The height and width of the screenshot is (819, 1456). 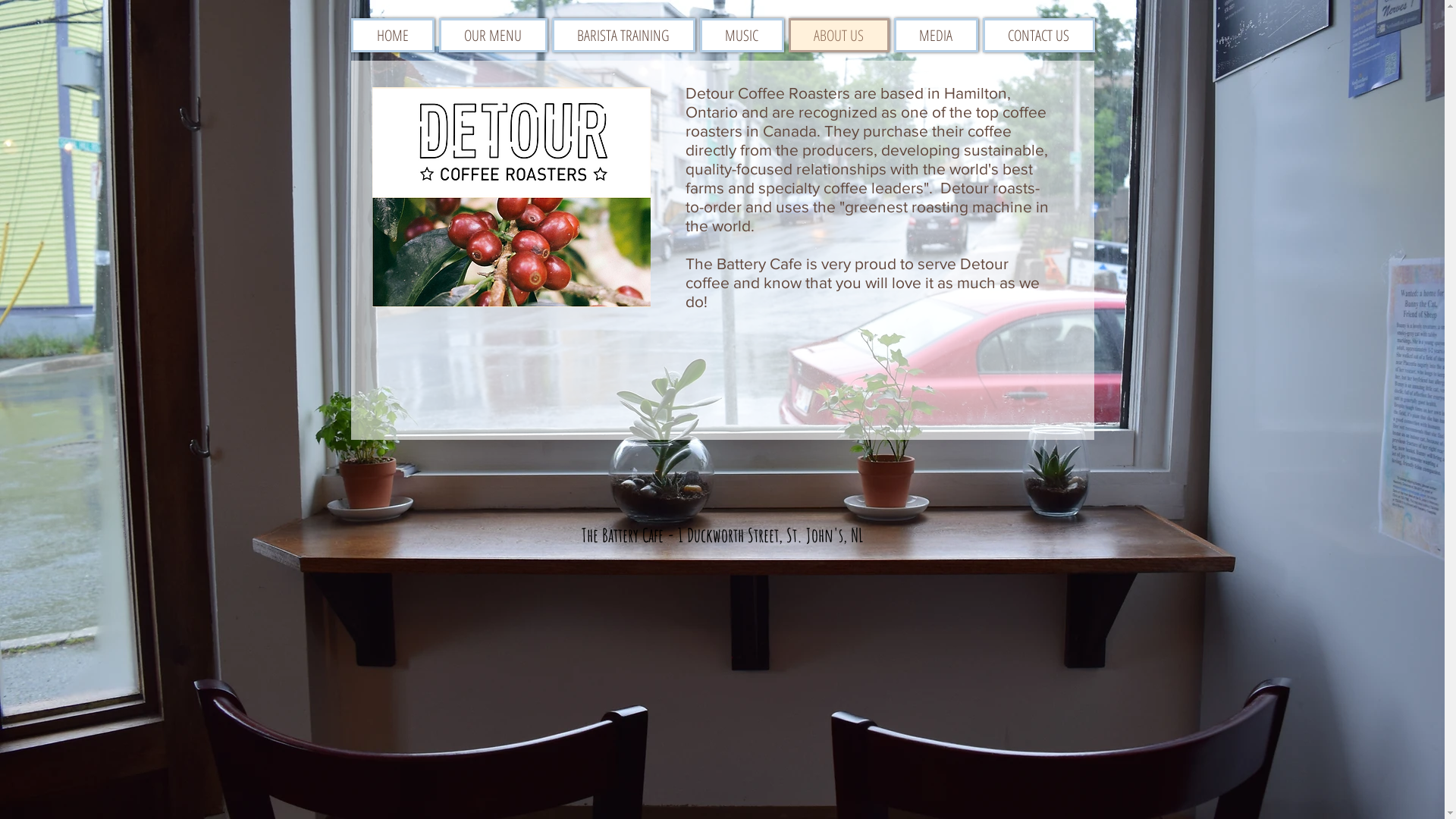 What do you see at coordinates (492, 34) in the screenshot?
I see `'OUR MENU'` at bounding box center [492, 34].